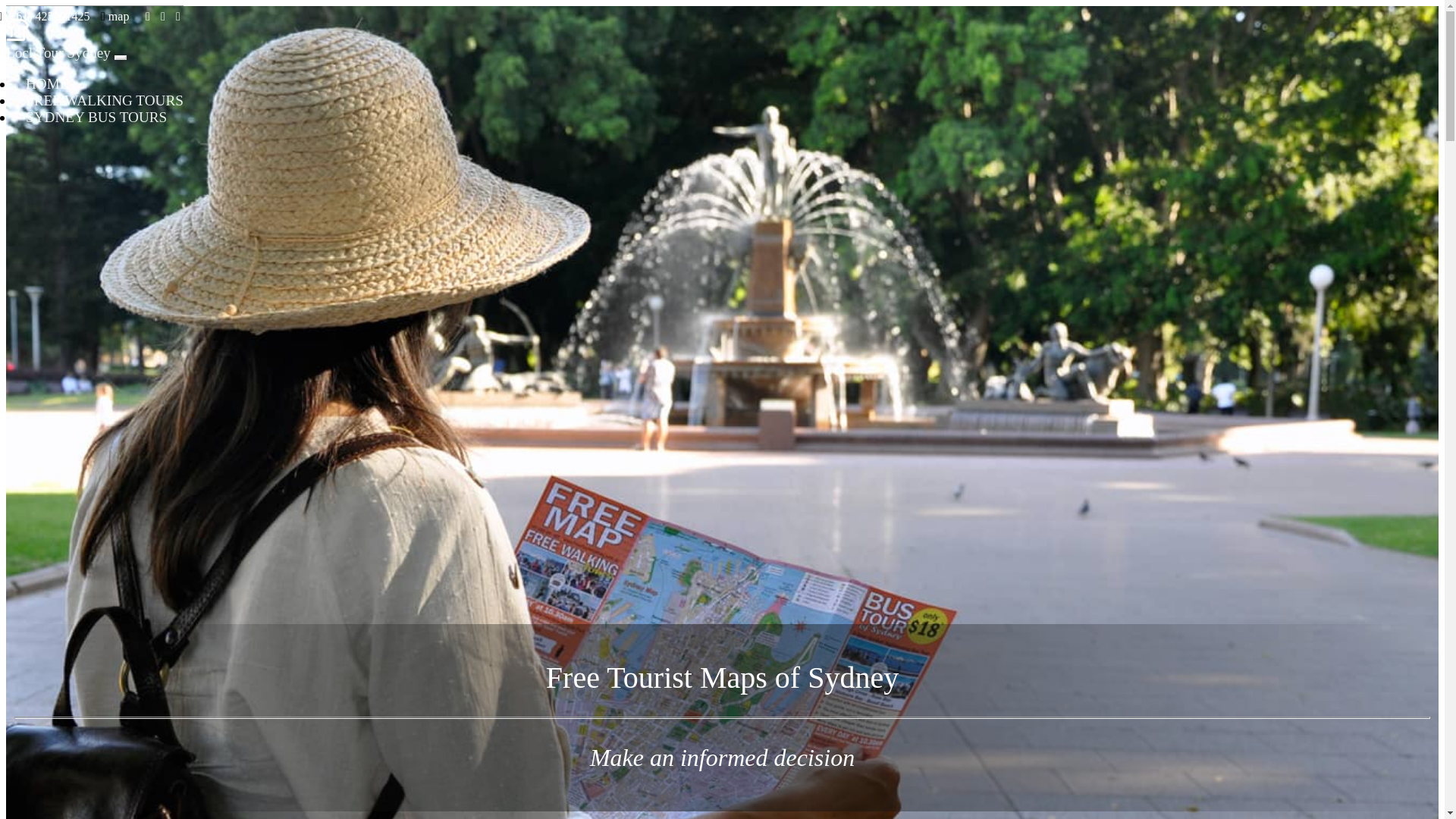 The height and width of the screenshot is (819, 1456). What do you see at coordinates (6, 52) in the screenshot?
I see `'Locl Tour Sydney'` at bounding box center [6, 52].